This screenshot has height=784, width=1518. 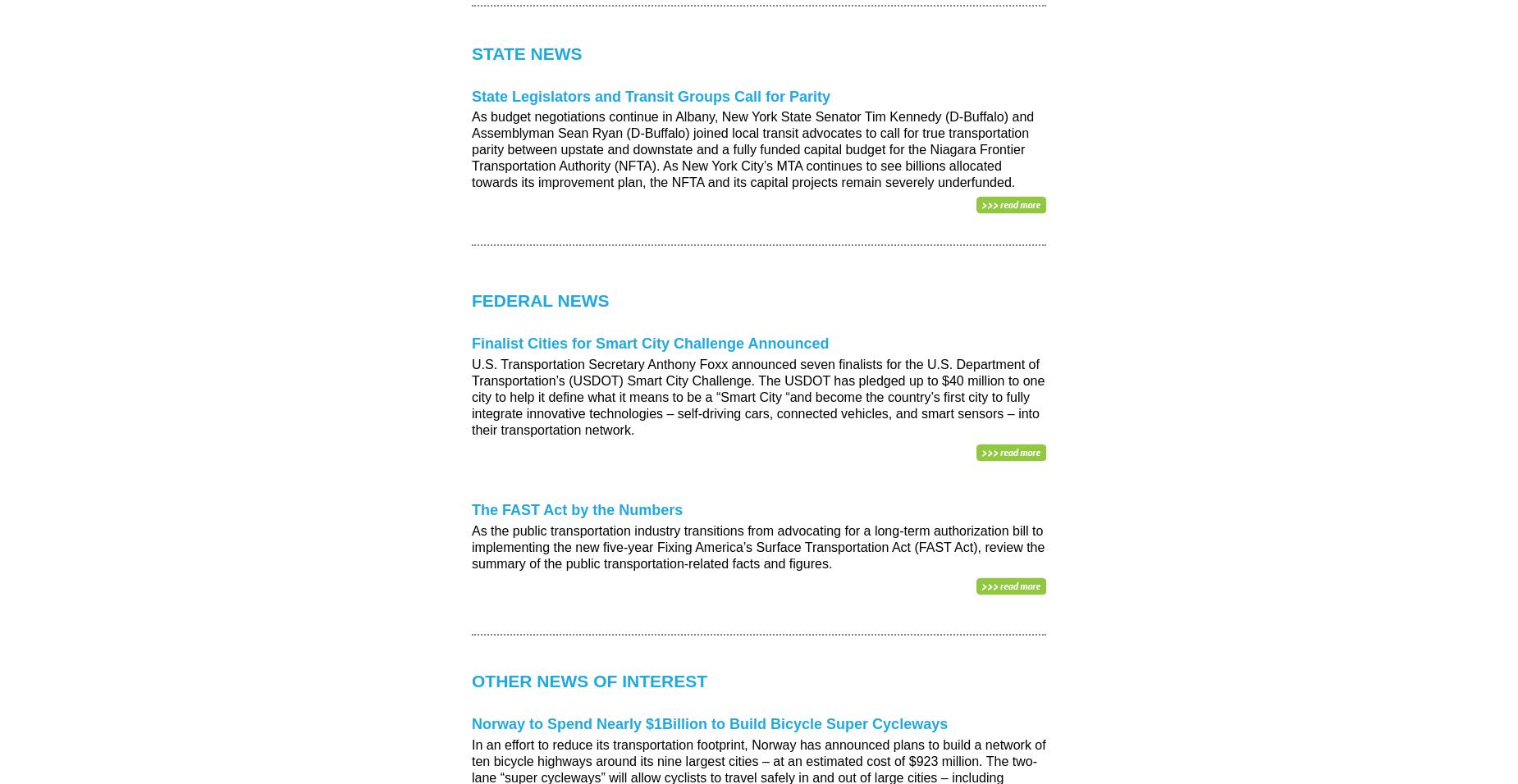 I want to click on 'Norway to Spend Nearly $1Billion to Build Bicycle Super Cycleways', so click(x=710, y=723).